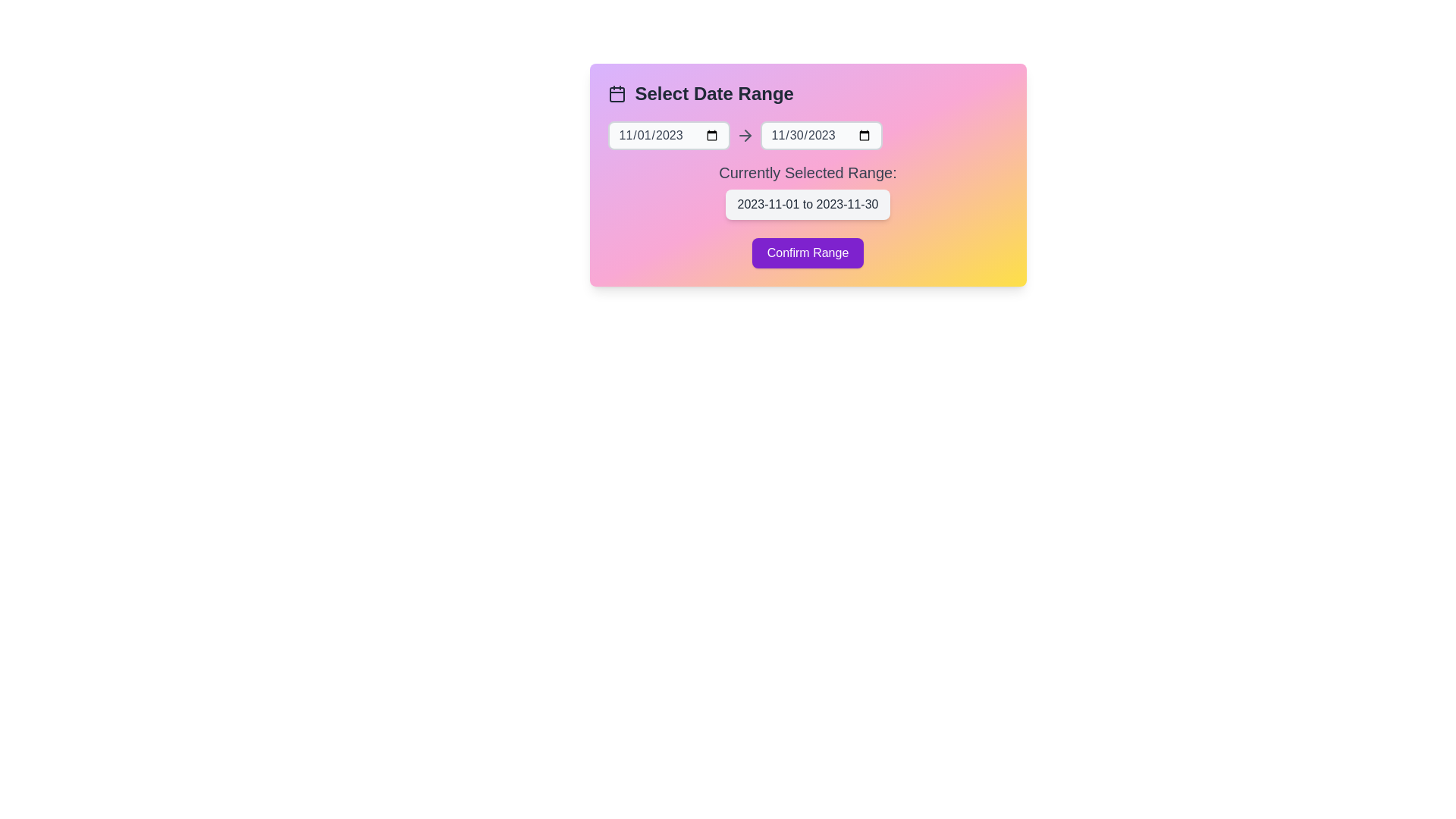 This screenshot has width=1456, height=819. I want to click on the end date input field to select a date, so click(821, 134).